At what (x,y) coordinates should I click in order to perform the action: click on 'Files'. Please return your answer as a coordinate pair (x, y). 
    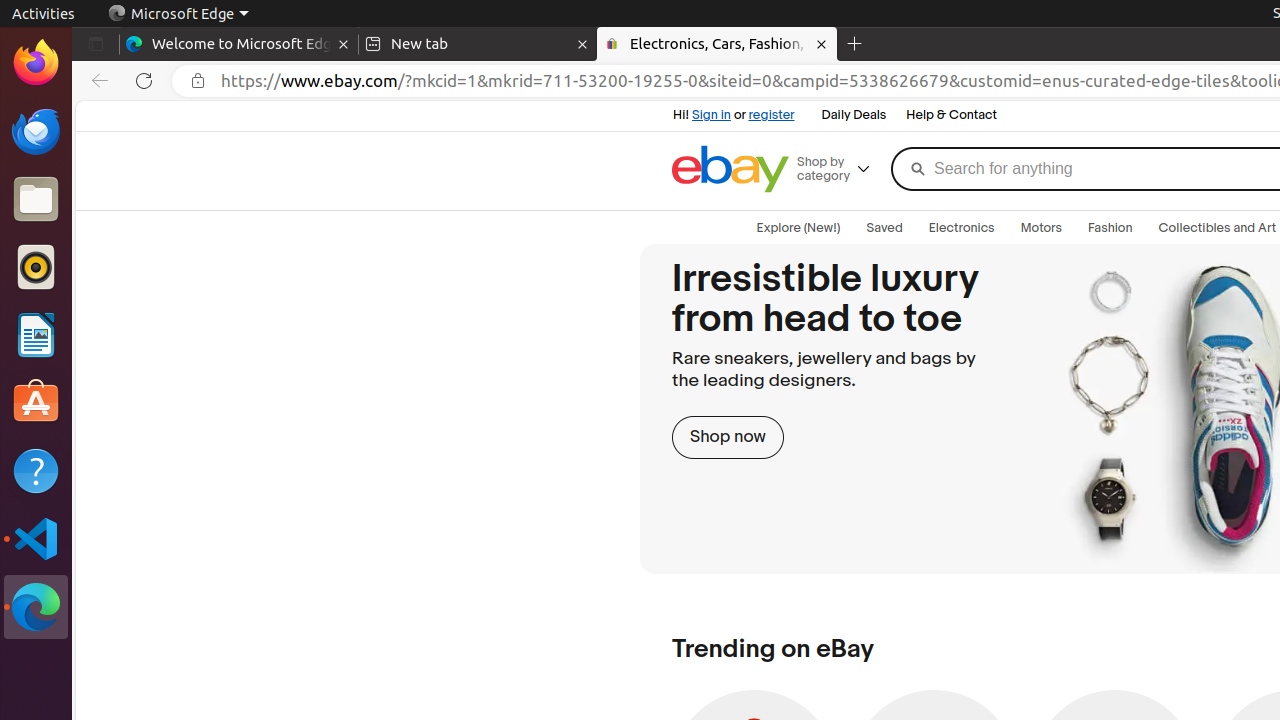
    Looking at the image, I should click on (35, 199).